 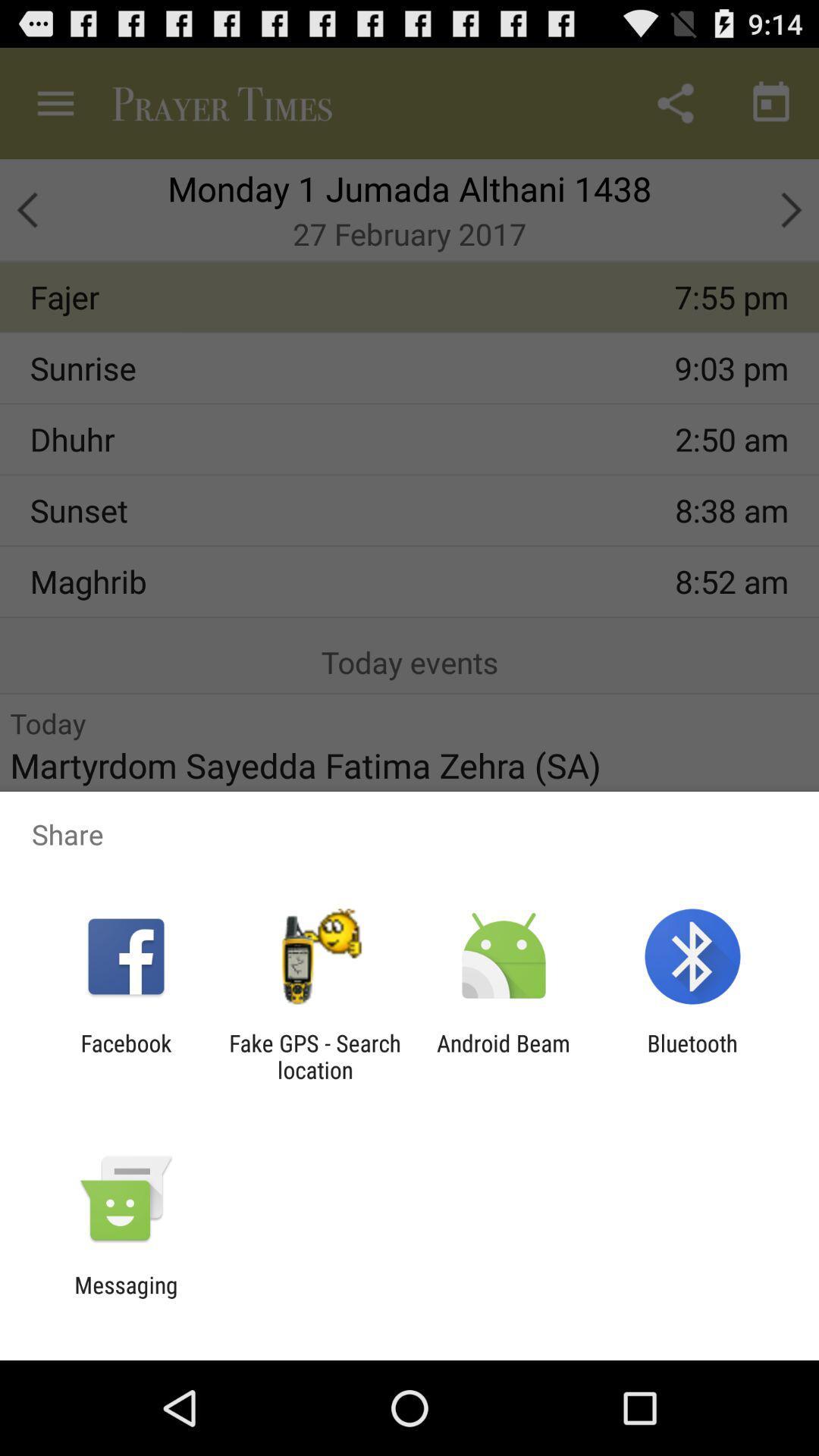 I want to click on the android beam icon, so click(x=504, y=1056).